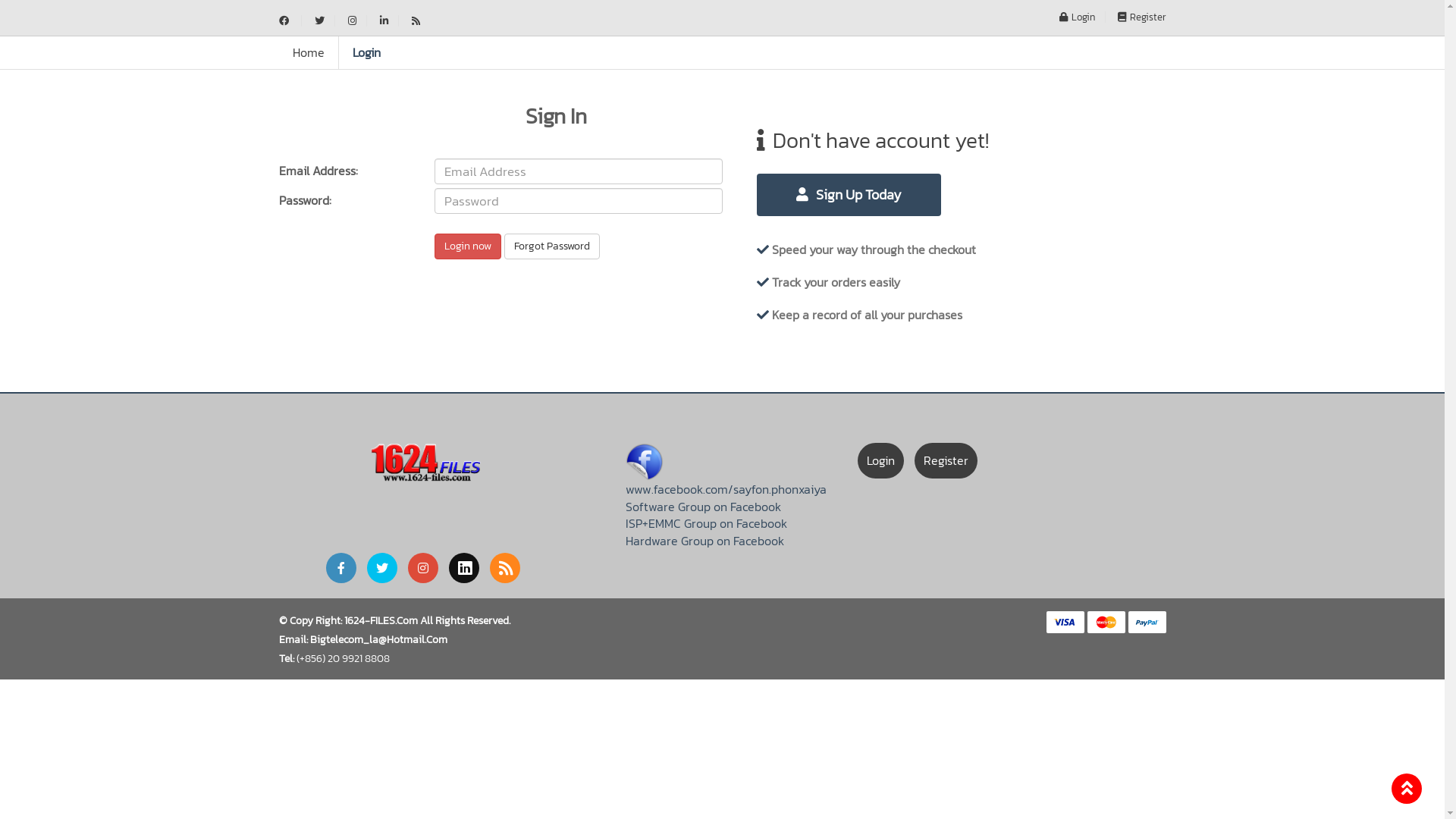  I want to click on 'Bigtelecom_La@Hotmail.Com', so click(309, 639).